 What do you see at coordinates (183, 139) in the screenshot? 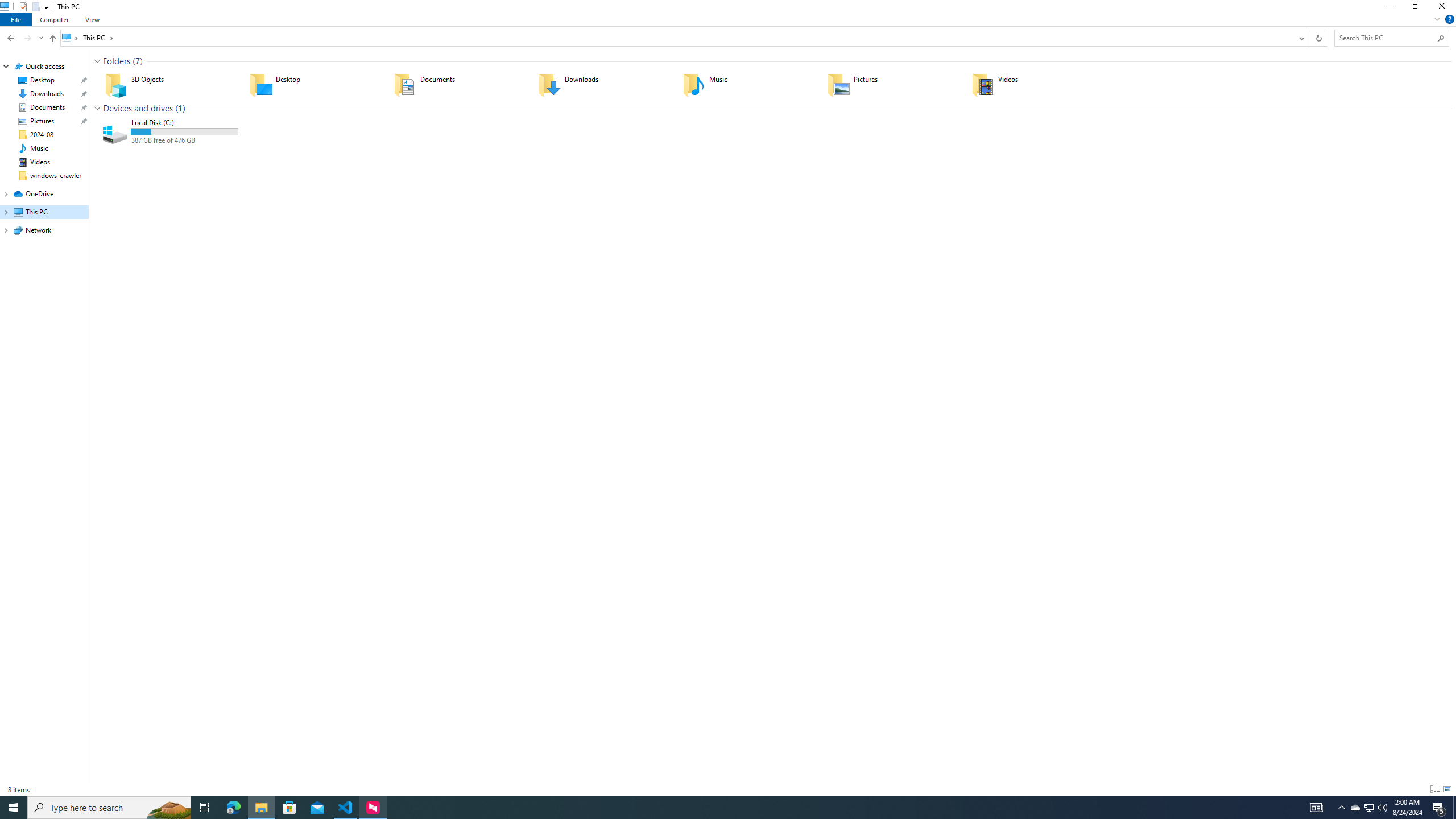
I see `'Available space'` at bounding box center [183, 139].